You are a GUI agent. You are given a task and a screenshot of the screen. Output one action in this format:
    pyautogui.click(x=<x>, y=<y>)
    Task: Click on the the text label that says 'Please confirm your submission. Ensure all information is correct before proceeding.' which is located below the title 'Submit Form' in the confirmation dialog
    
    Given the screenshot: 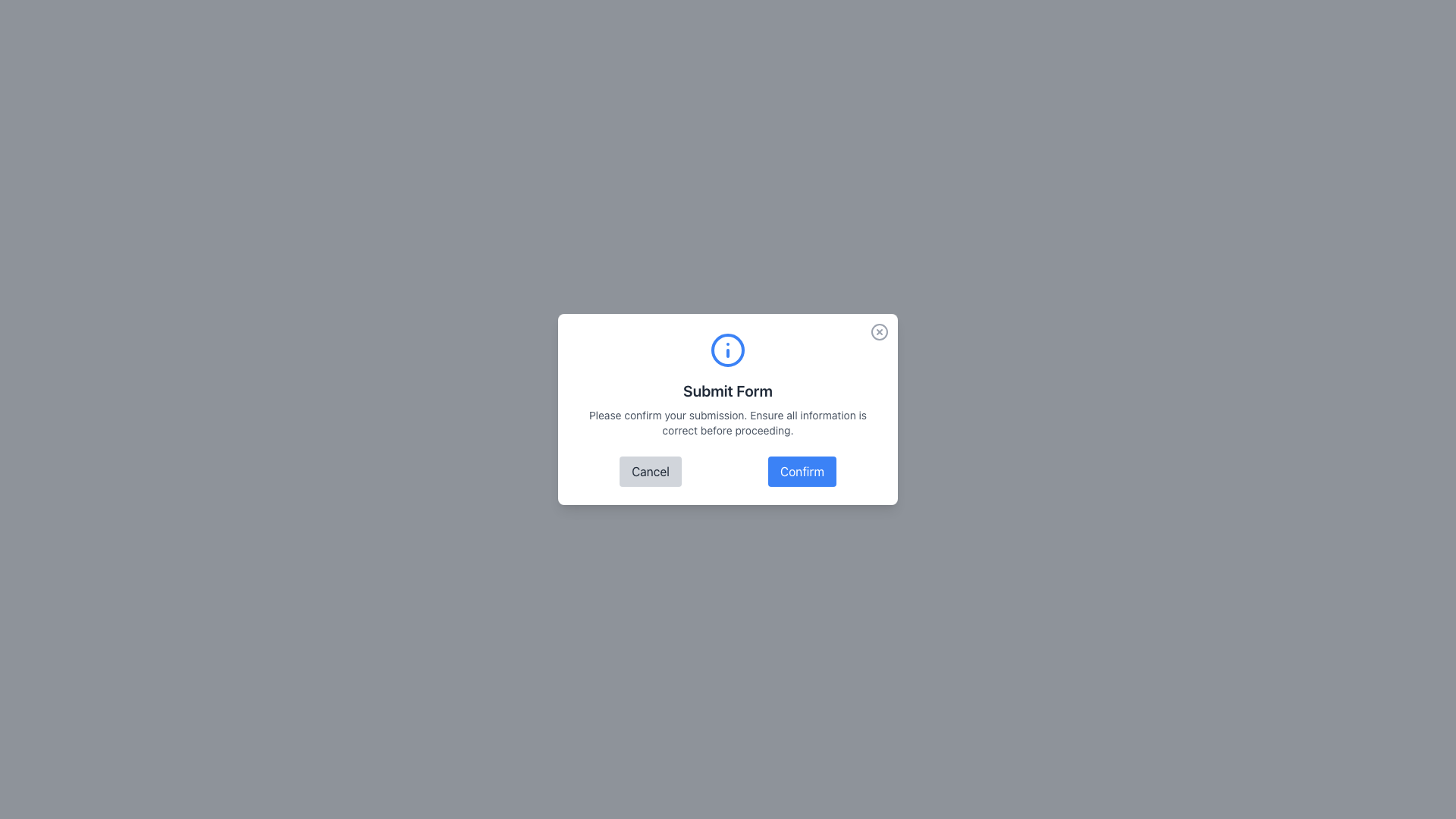 What is the action you would take?
    pyautogui.click(x=728, y=423)
    